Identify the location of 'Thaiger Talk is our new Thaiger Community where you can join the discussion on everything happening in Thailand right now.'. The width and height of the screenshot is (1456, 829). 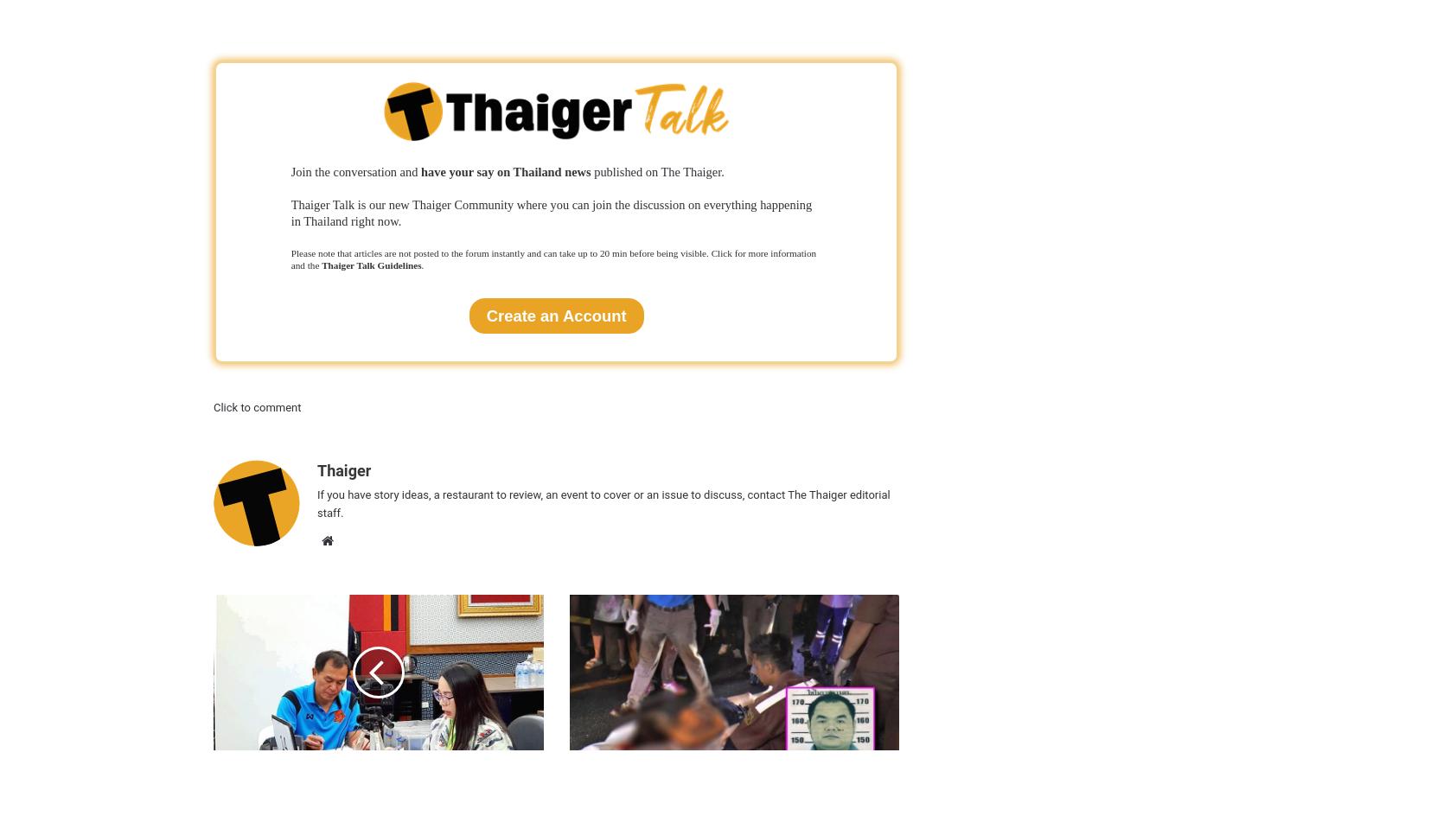
(551, 213).